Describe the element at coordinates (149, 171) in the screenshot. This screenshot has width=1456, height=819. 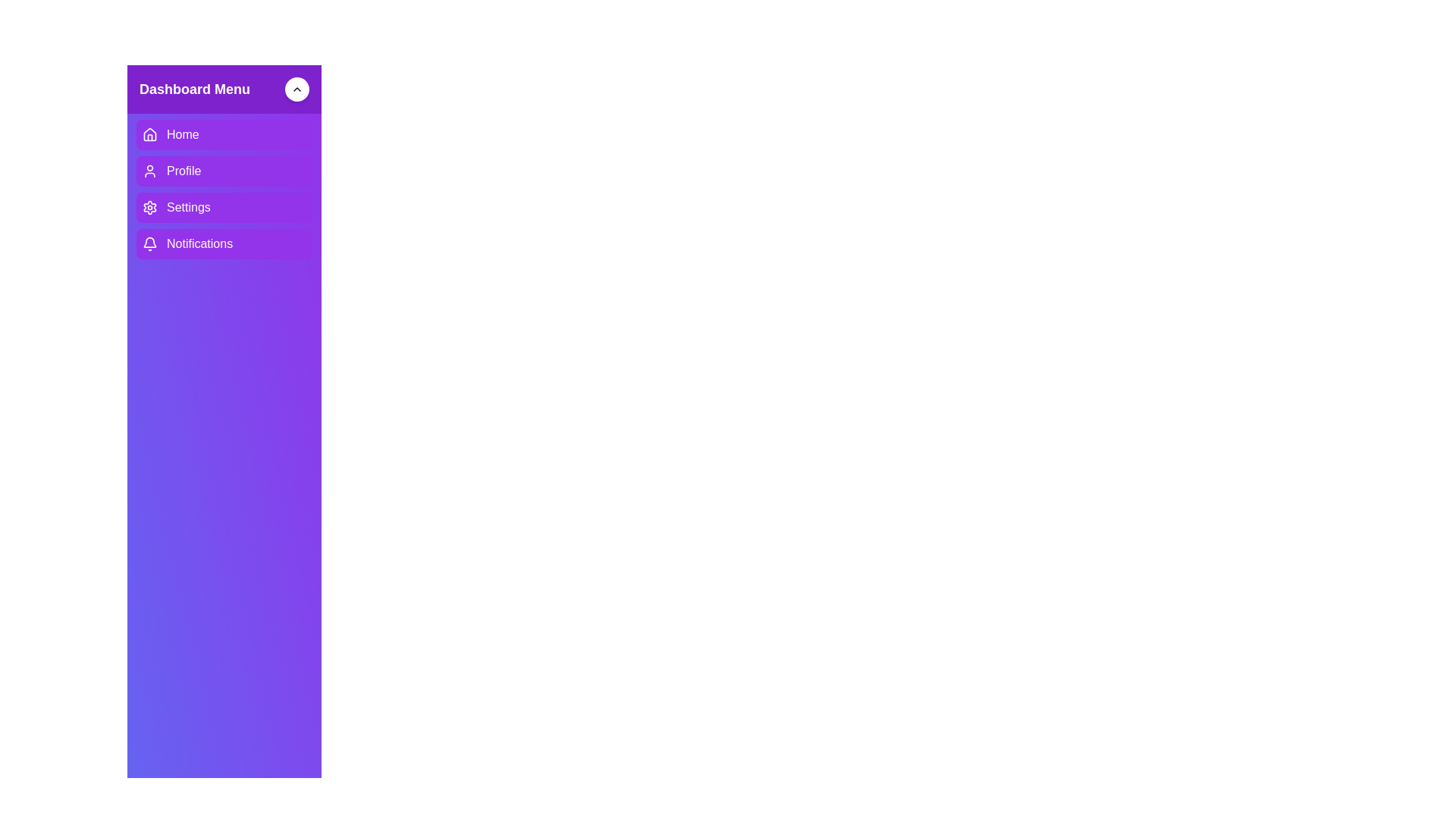
I see `the 'Profile' icon in the navigation panel` at that location.